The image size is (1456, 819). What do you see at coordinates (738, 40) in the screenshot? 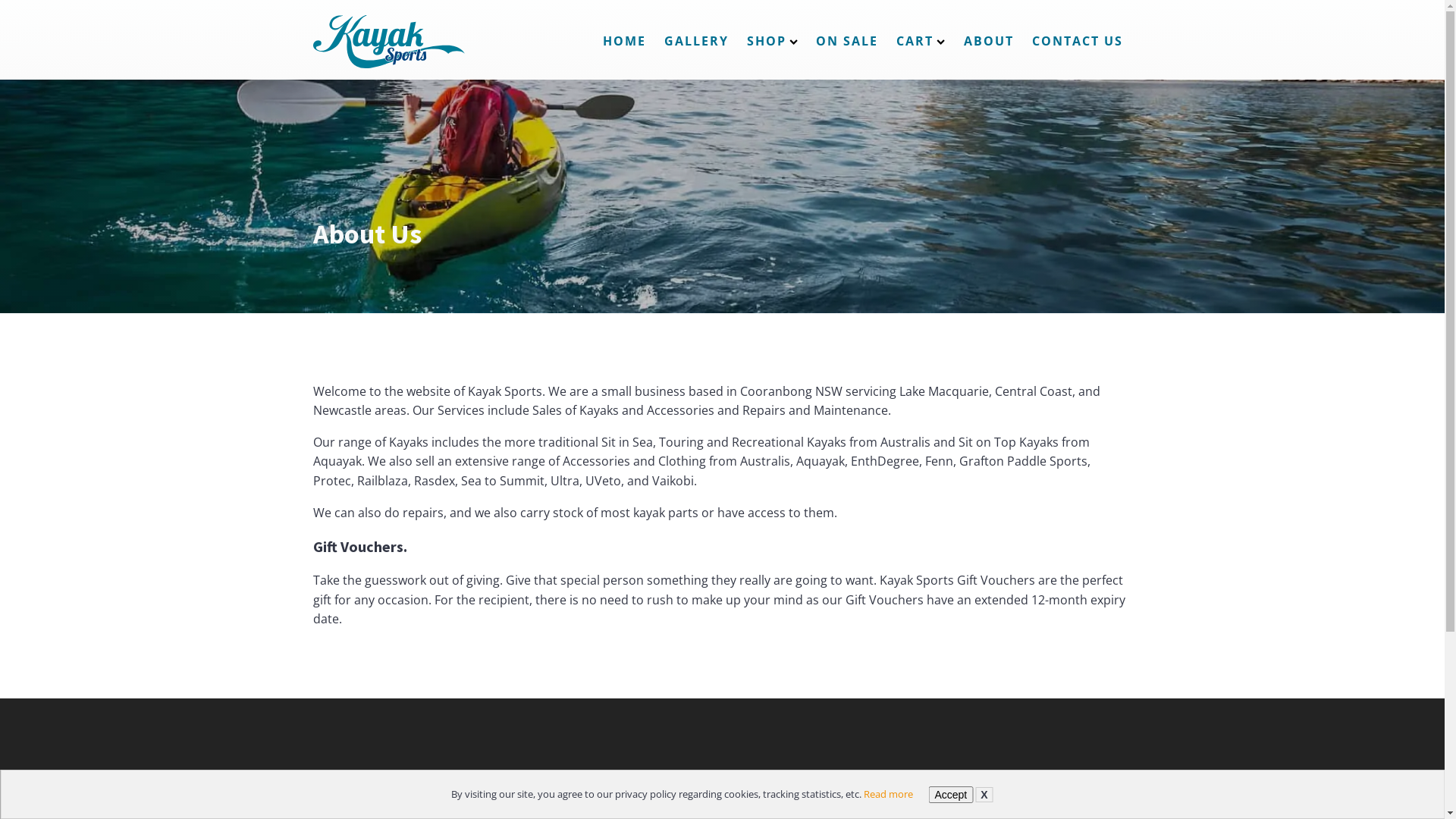
I see `'SHOP'` at bounding box center [738, 40].